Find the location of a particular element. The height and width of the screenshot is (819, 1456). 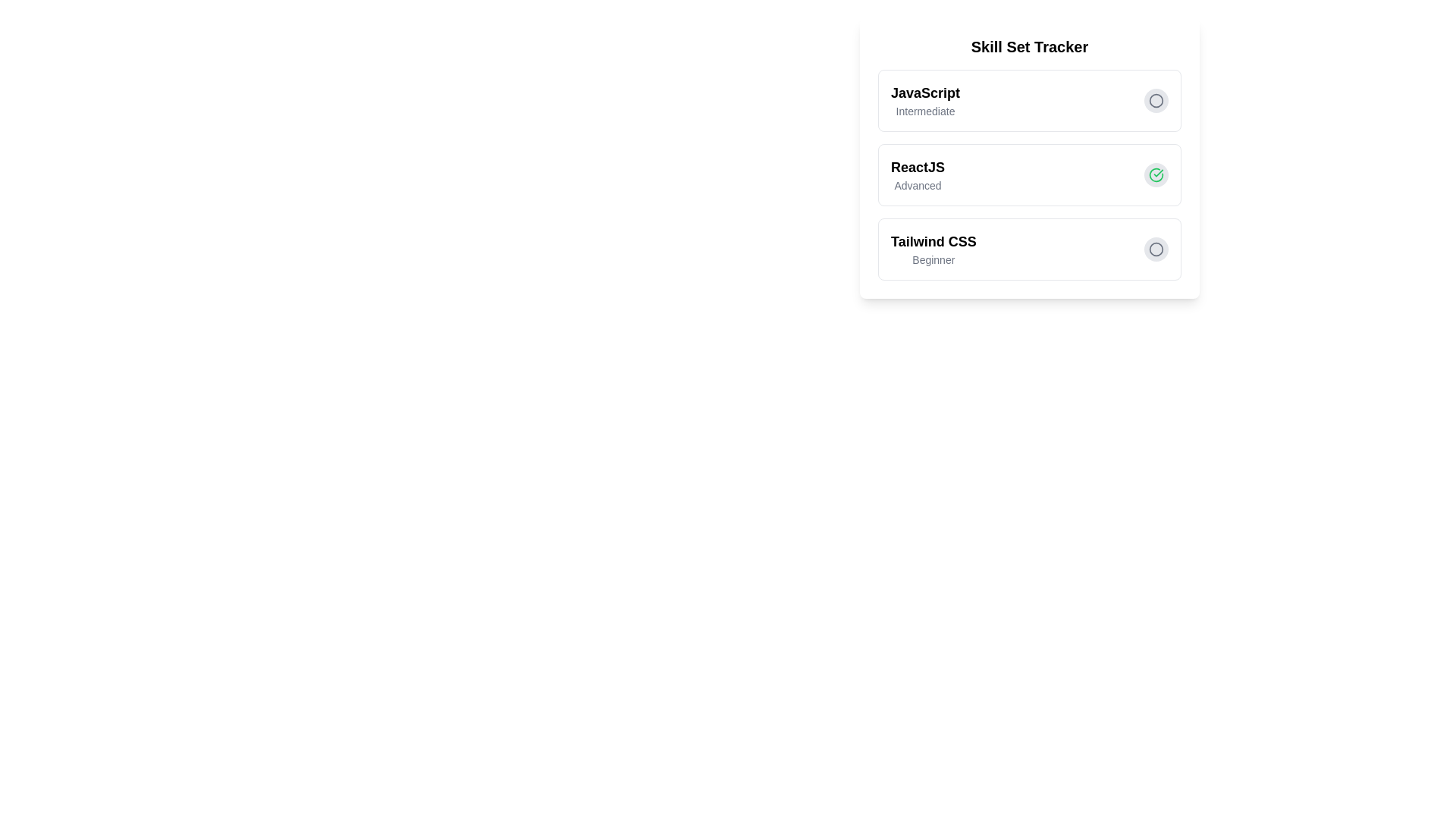

the 'Tailwind CSS' skill card which displays 'Tailwind CSS' in bold and 'Beginner' in gray text is located at coordinates (933, 248).